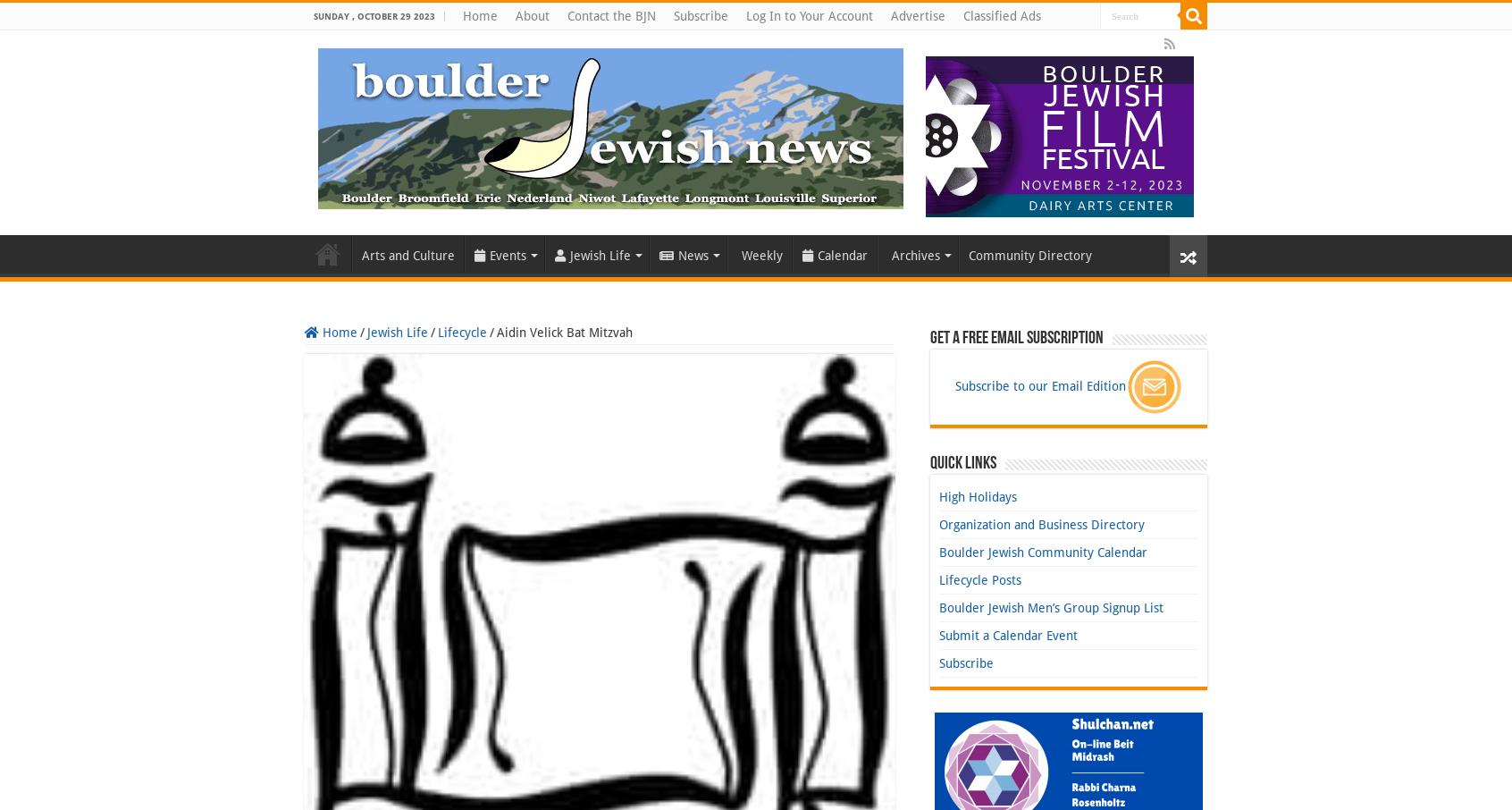  Describe the element at coordinates (1040, 523) in the screenshot. I see `'Organization and Business Directory'` at that location.